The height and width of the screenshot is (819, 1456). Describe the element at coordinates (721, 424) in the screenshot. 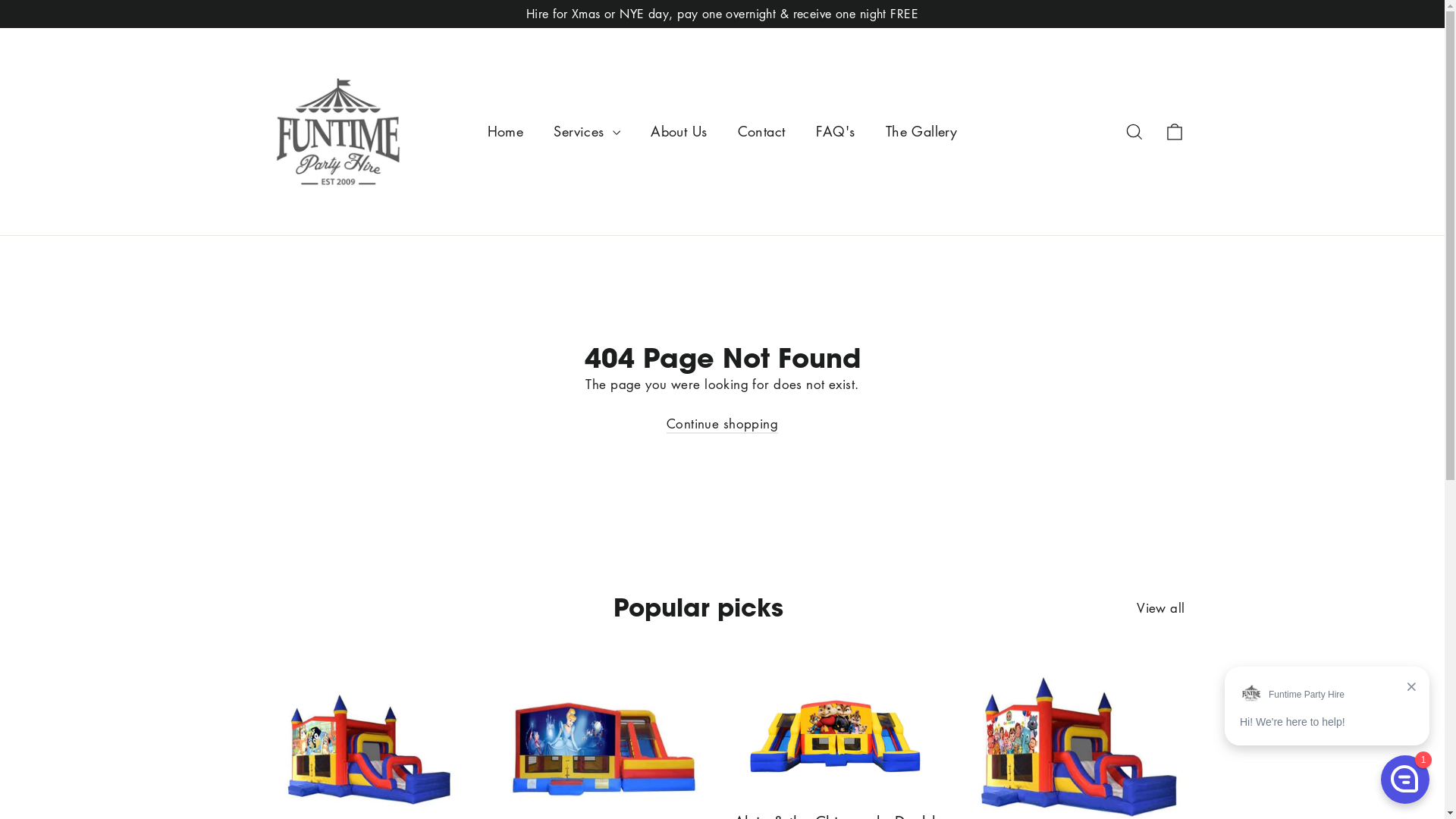

I see `'Continue shopping'` at that location.